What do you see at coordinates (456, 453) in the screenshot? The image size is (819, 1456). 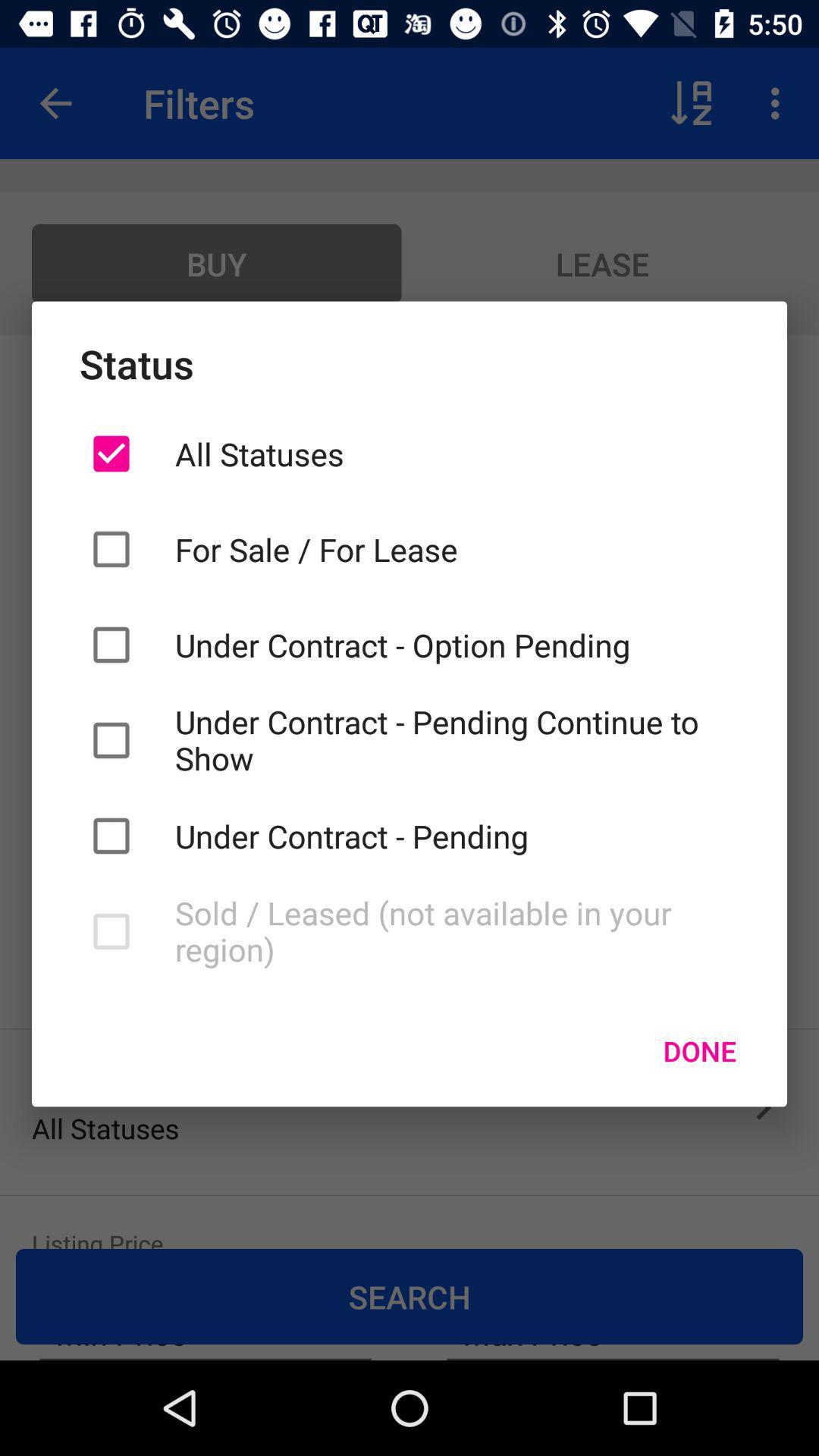 I see `the icon below the status icon` at bounding box center [456, 453].